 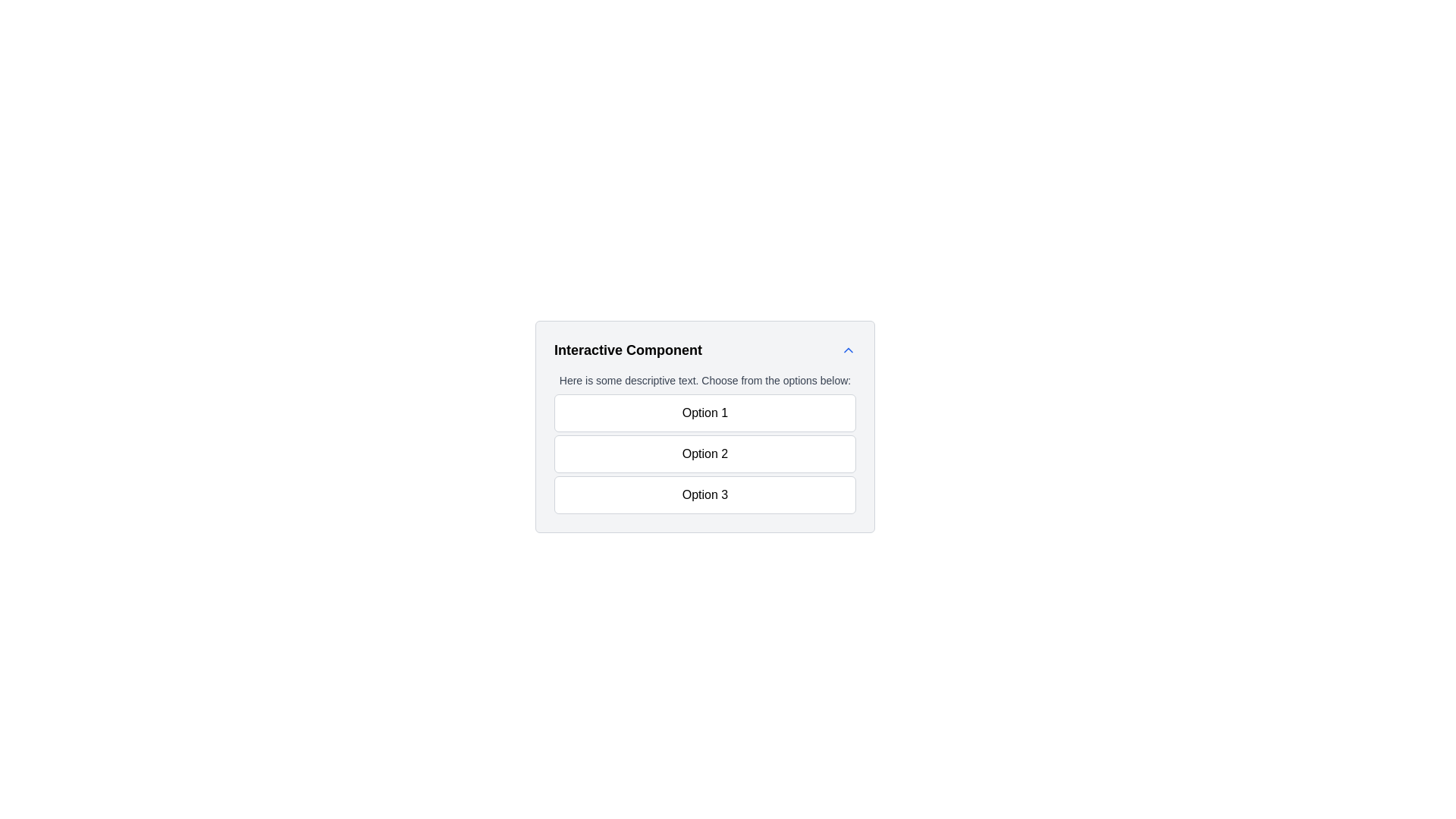 I want to click on descriptive text in the 'Interactive Component' located near the center of the interface, which includes three selectable options beneath the title, so click(x=704, y=444).